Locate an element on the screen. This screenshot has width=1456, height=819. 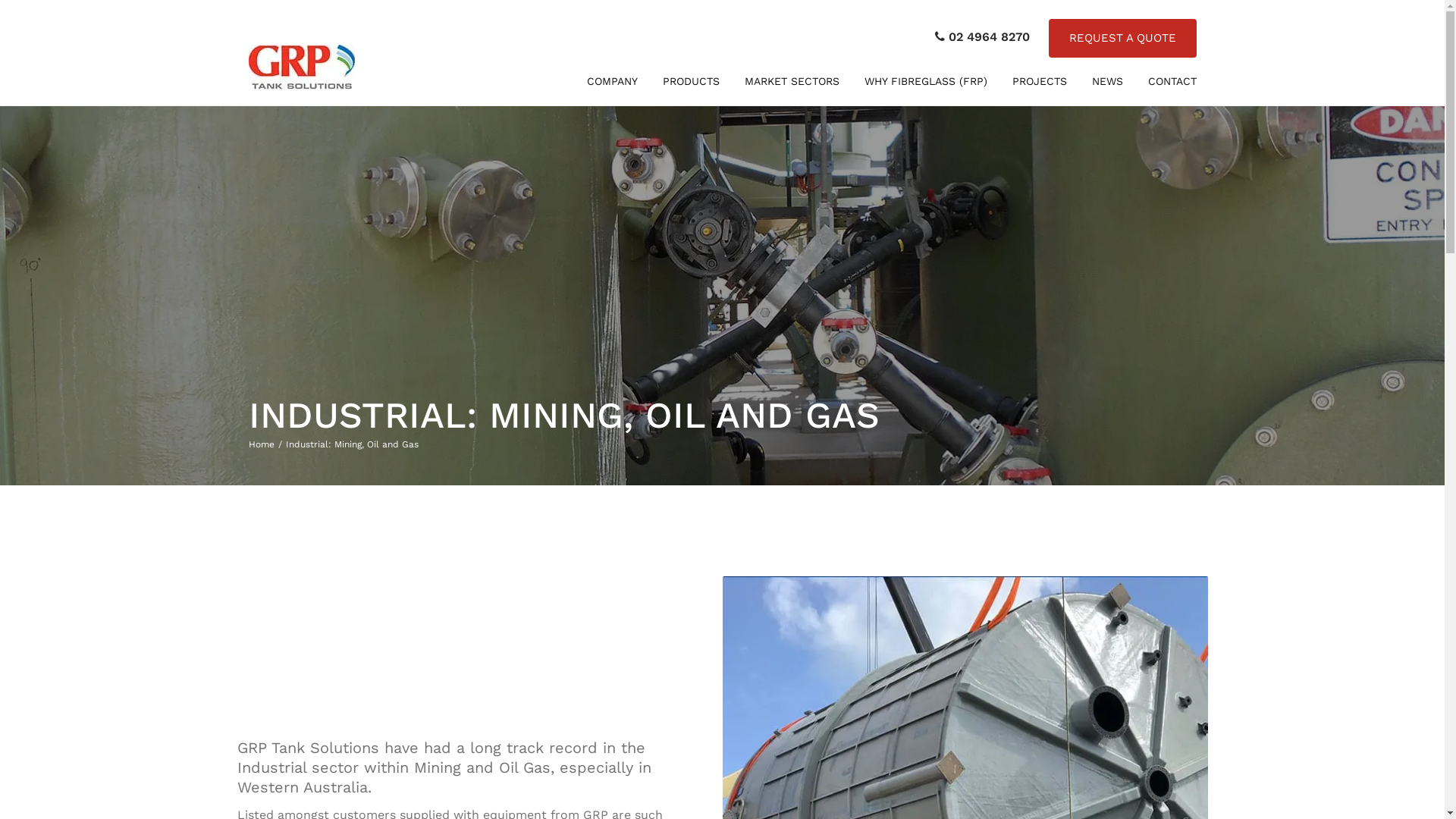
'WHY FIBREGLASS (FRP)' is located at coordinates (924, 81).